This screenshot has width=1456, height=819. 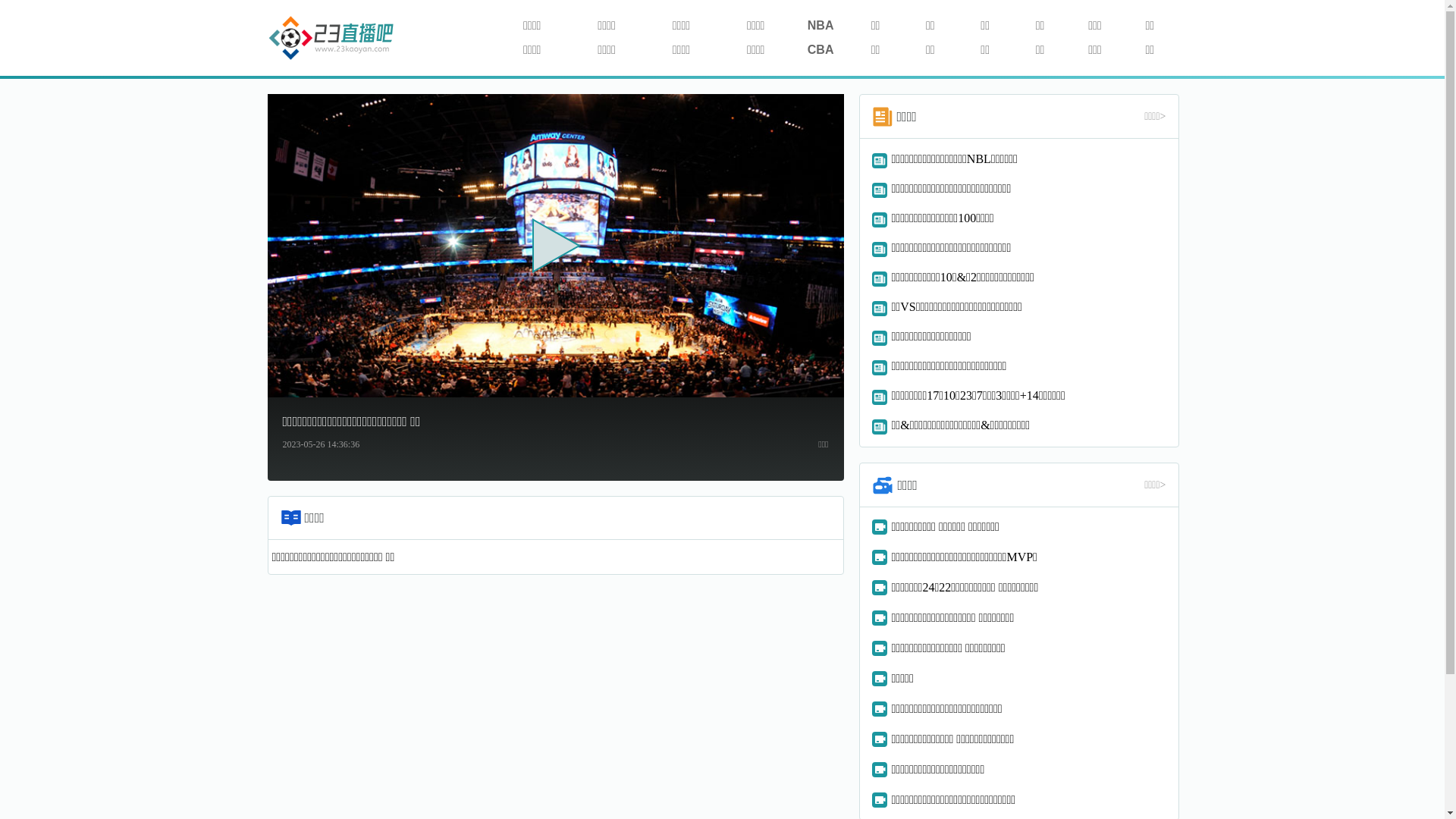 What do you see at coordinates (819, 26) in the screenshot?
I see `'NBA'` at bounding box center [819, 26].